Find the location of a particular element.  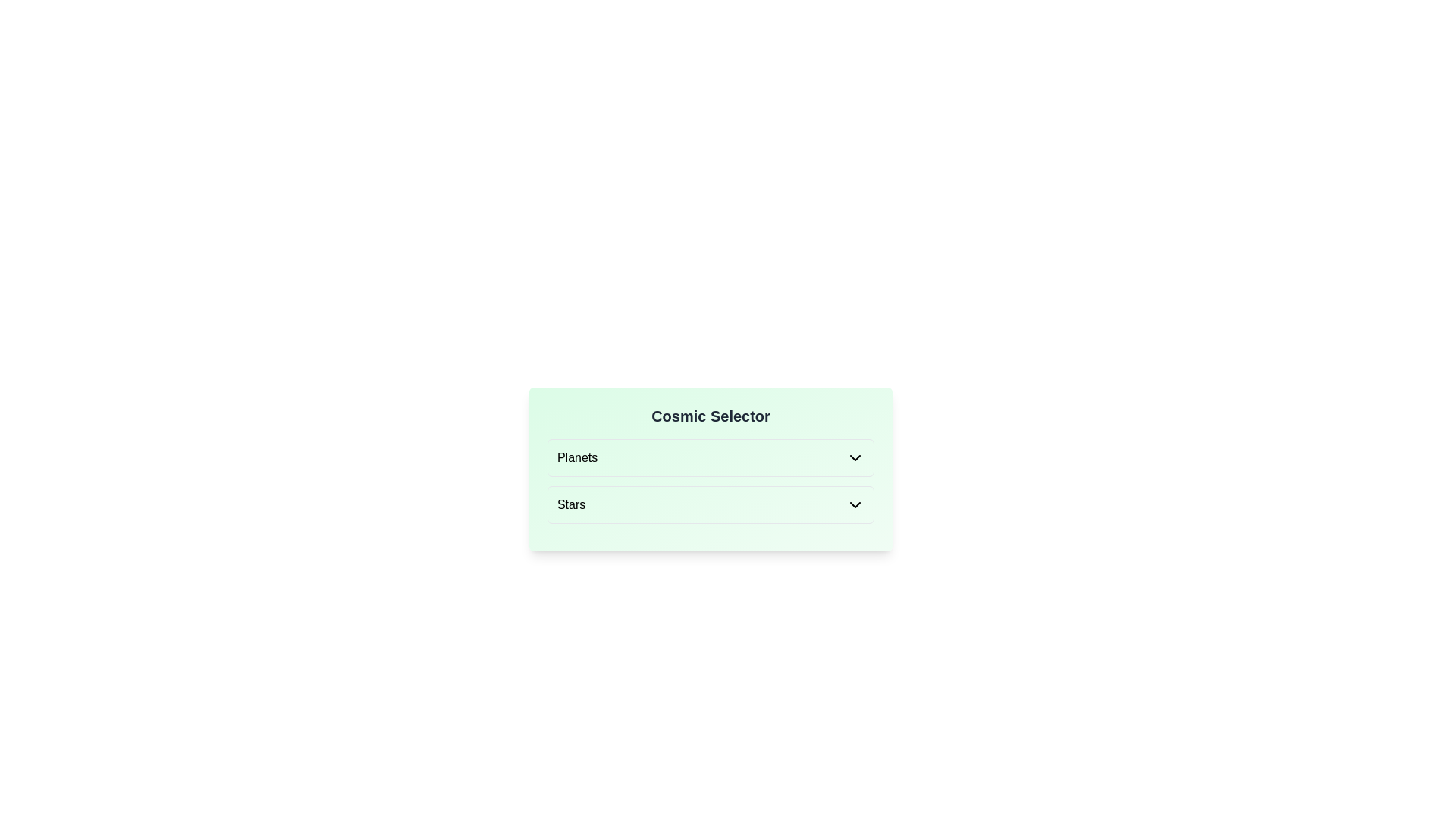

the downward-pointing chevron icon located to the right of the 'Stars' label is located at coordinates (855, 505).